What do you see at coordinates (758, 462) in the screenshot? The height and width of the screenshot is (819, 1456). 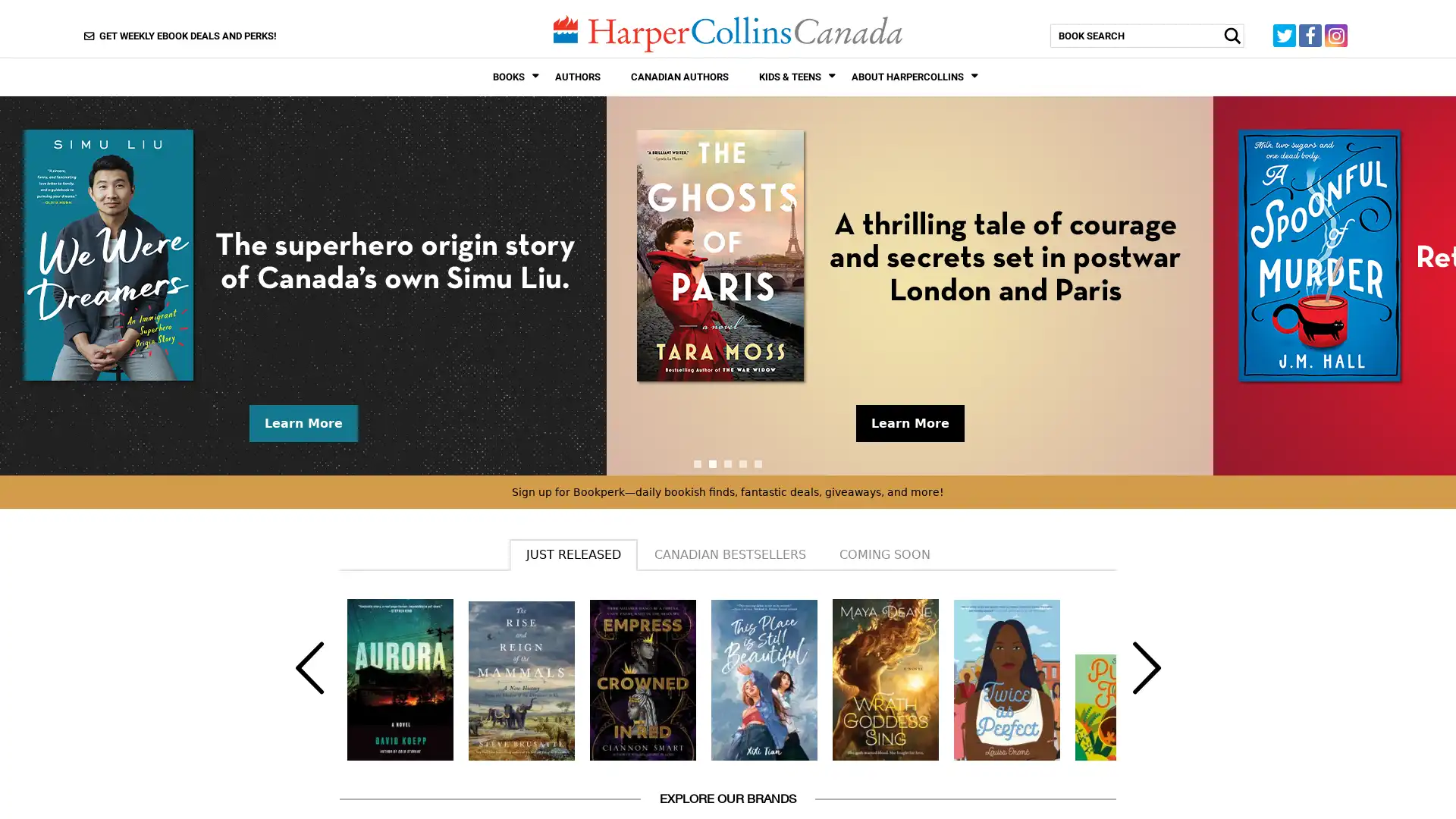 I see `5` at bounding box center [758, 462].